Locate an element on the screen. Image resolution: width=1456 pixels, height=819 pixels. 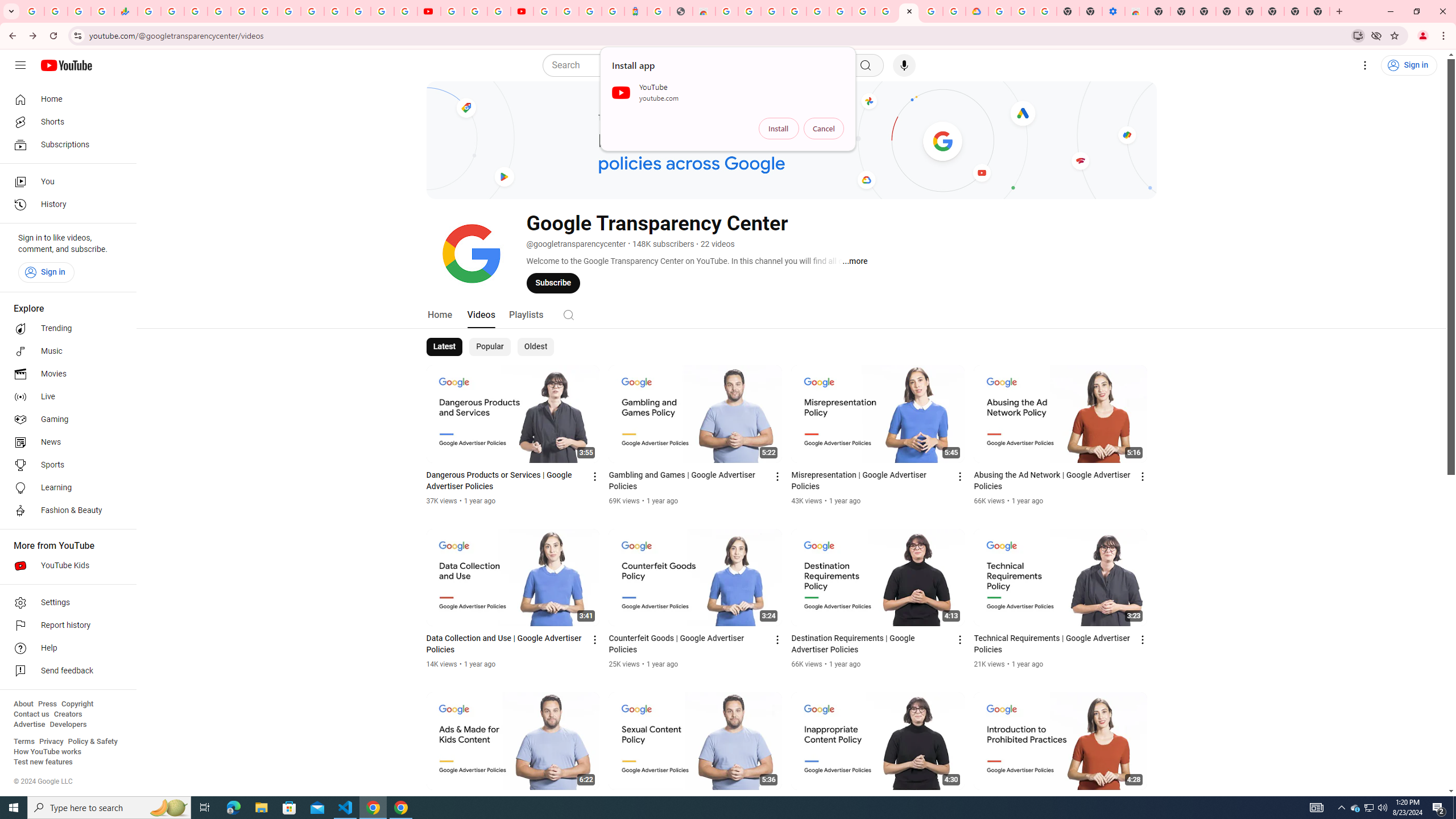
'Search with your voice' is located at coordinates (904, 65).